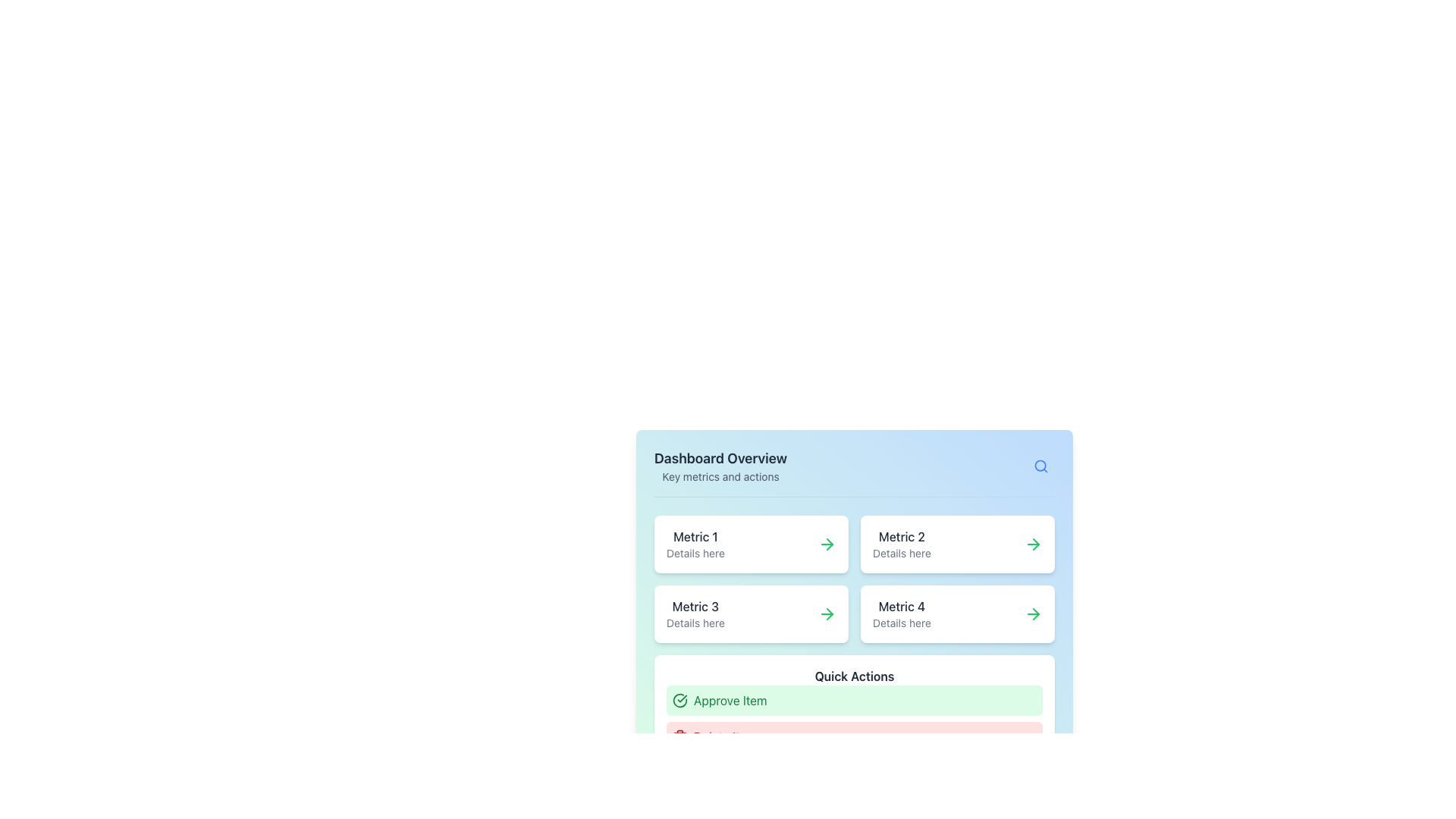 This screenshot has height=819, width=1456. I want to click on the green arrow icon pointing right, located in the bottom-right corner of the 'Metric 4' card in the 'Dashboard Overview' section, so click(1033, 614).